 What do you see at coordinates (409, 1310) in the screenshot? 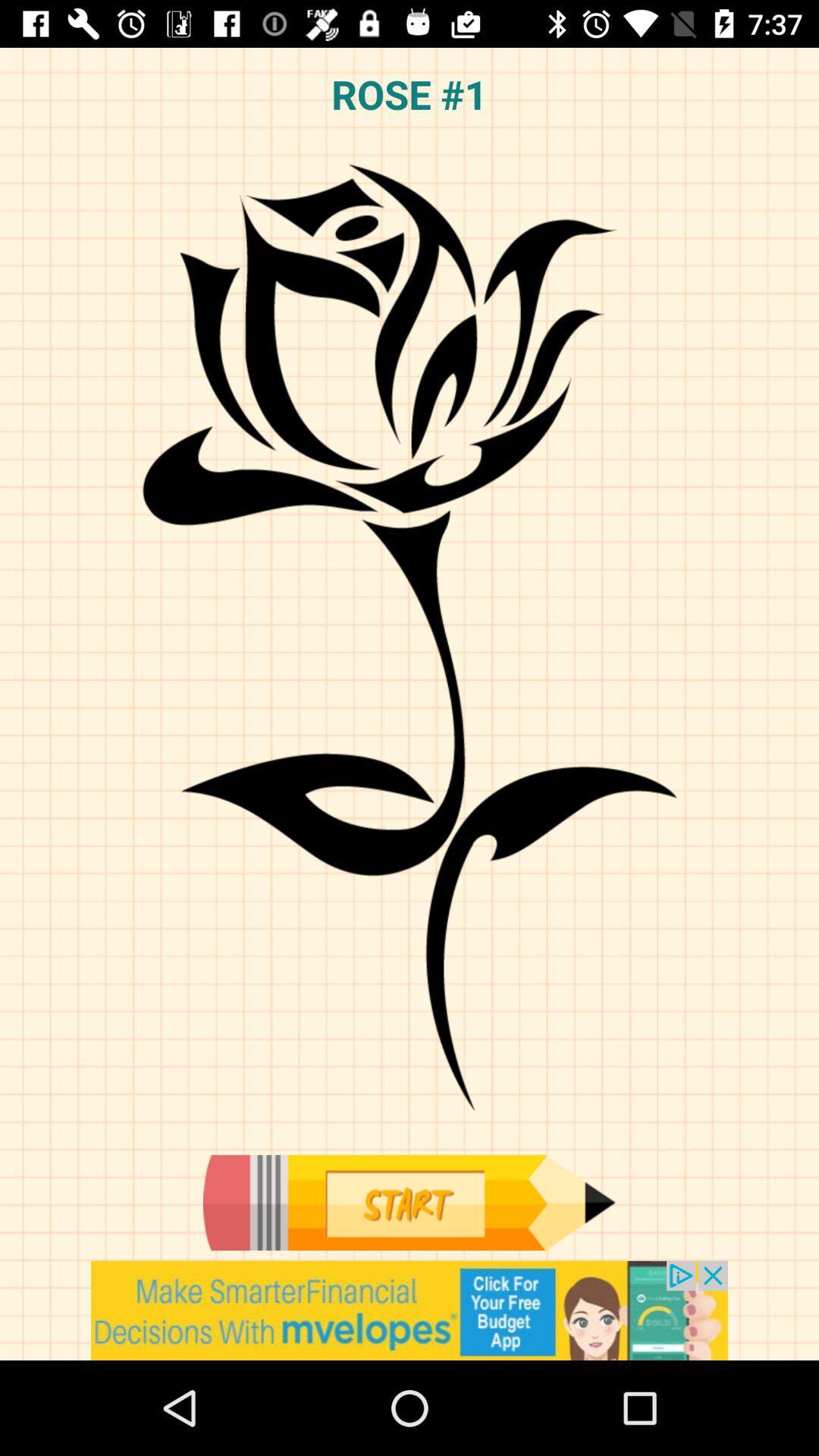
I see `the advertisement` at bounding box center [409, 1310].